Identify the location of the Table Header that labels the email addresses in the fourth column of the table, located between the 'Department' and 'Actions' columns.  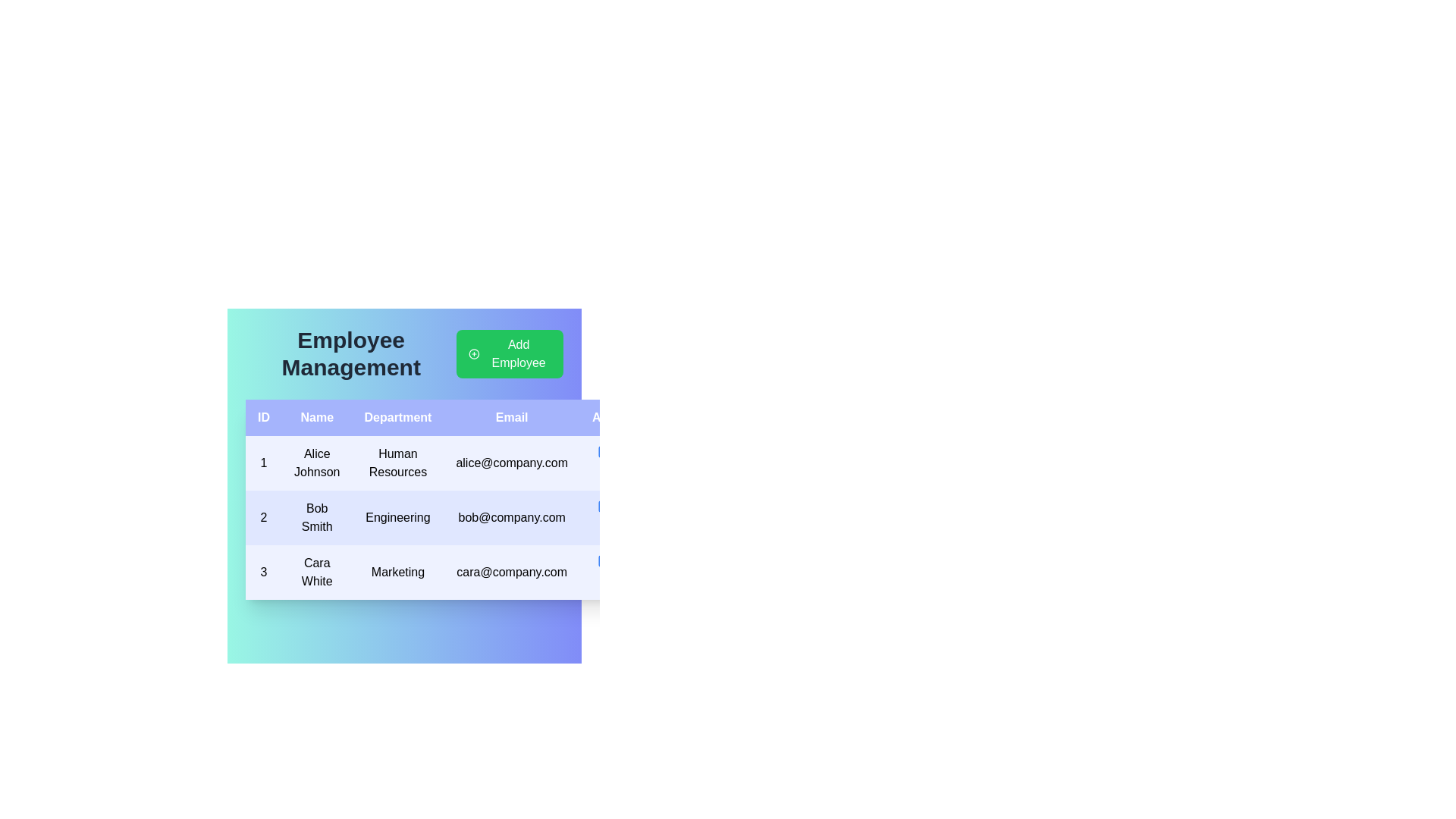
(512, 418).